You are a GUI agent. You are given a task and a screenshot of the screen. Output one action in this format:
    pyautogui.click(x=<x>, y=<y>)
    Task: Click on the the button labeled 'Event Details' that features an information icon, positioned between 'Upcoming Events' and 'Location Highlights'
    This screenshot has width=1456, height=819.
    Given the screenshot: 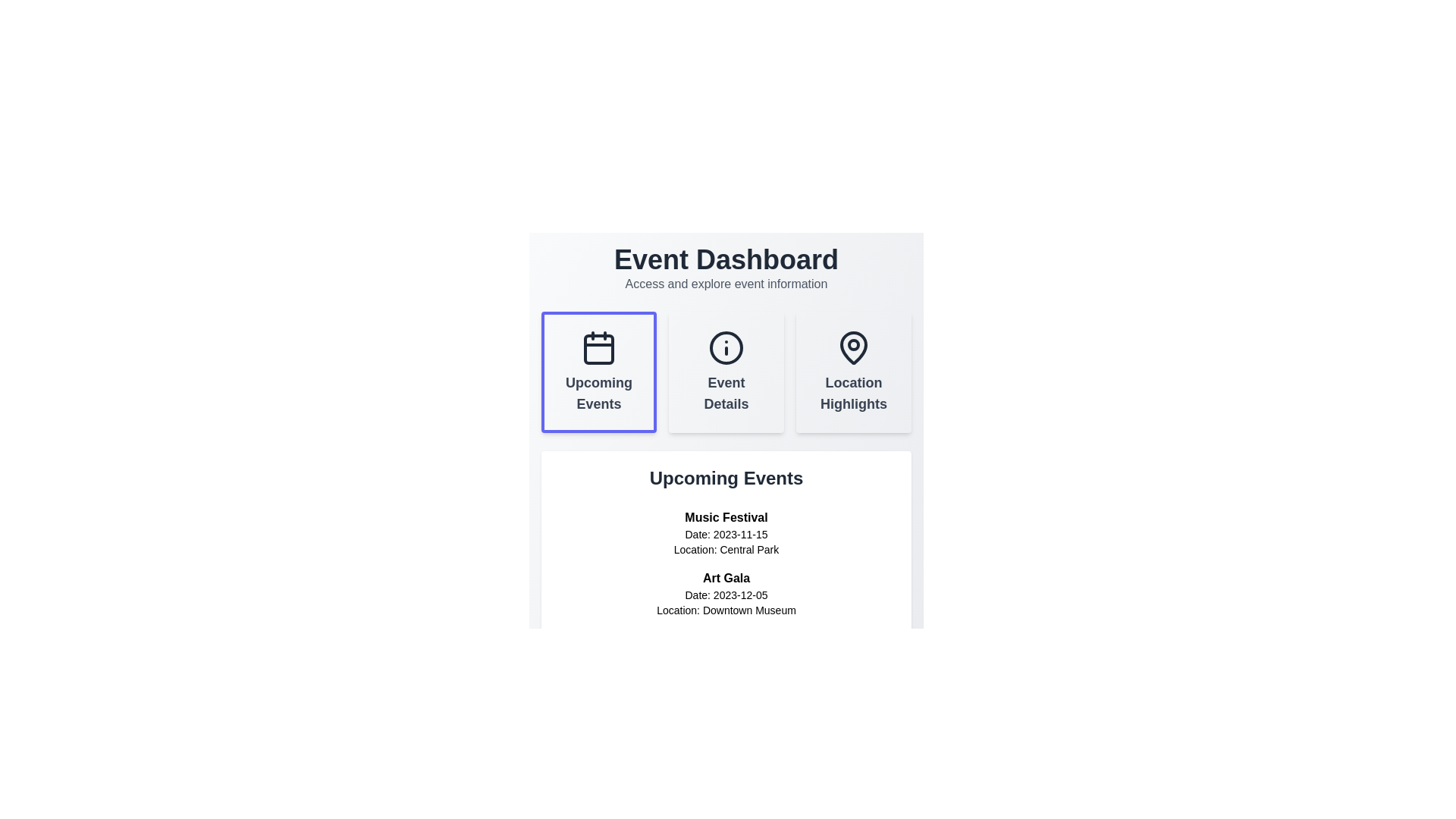 What is the action you would take?
    pyautogui.click(x=726, y=372)
    